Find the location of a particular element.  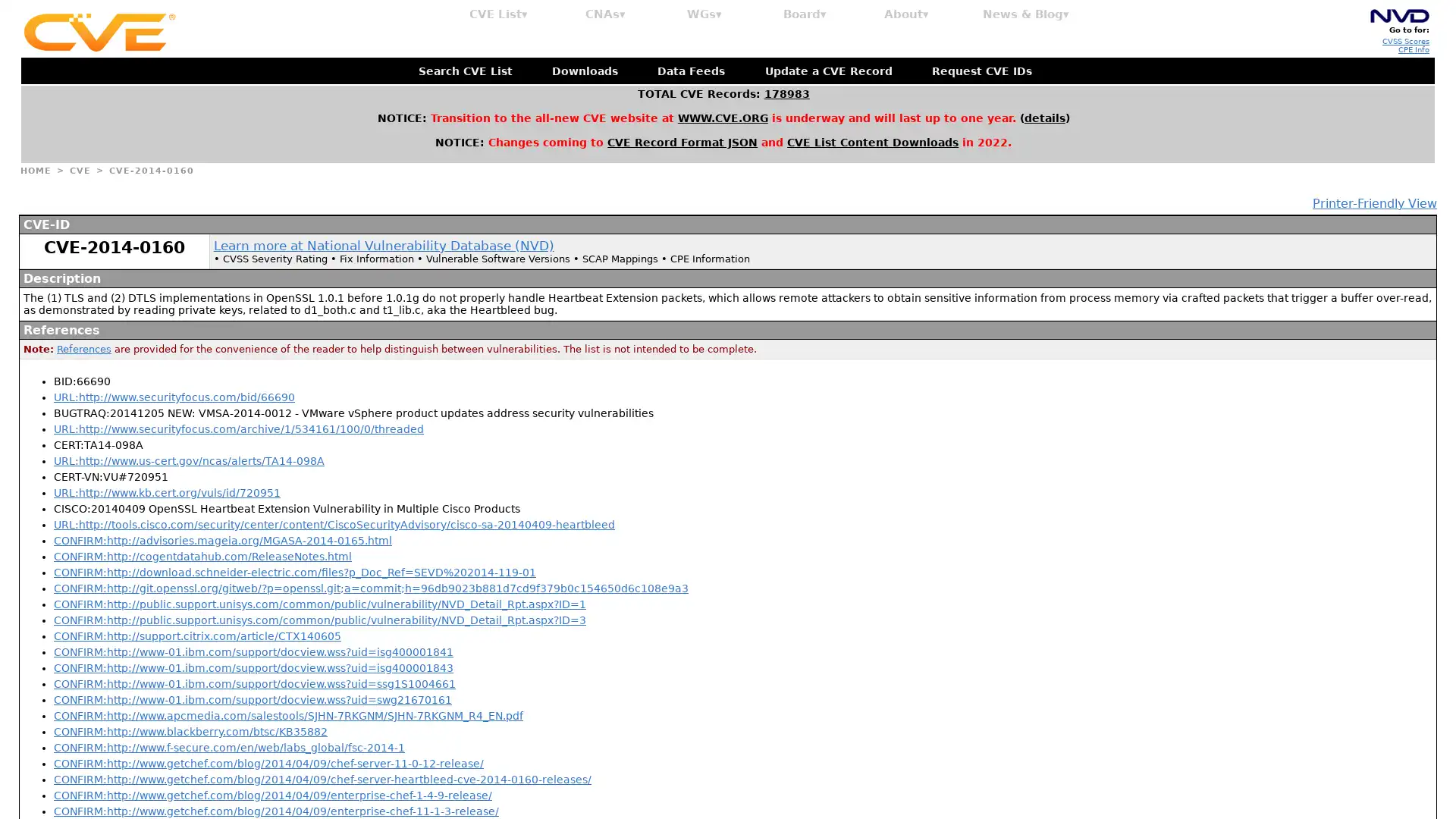

About is located at coordinates (906, 14).